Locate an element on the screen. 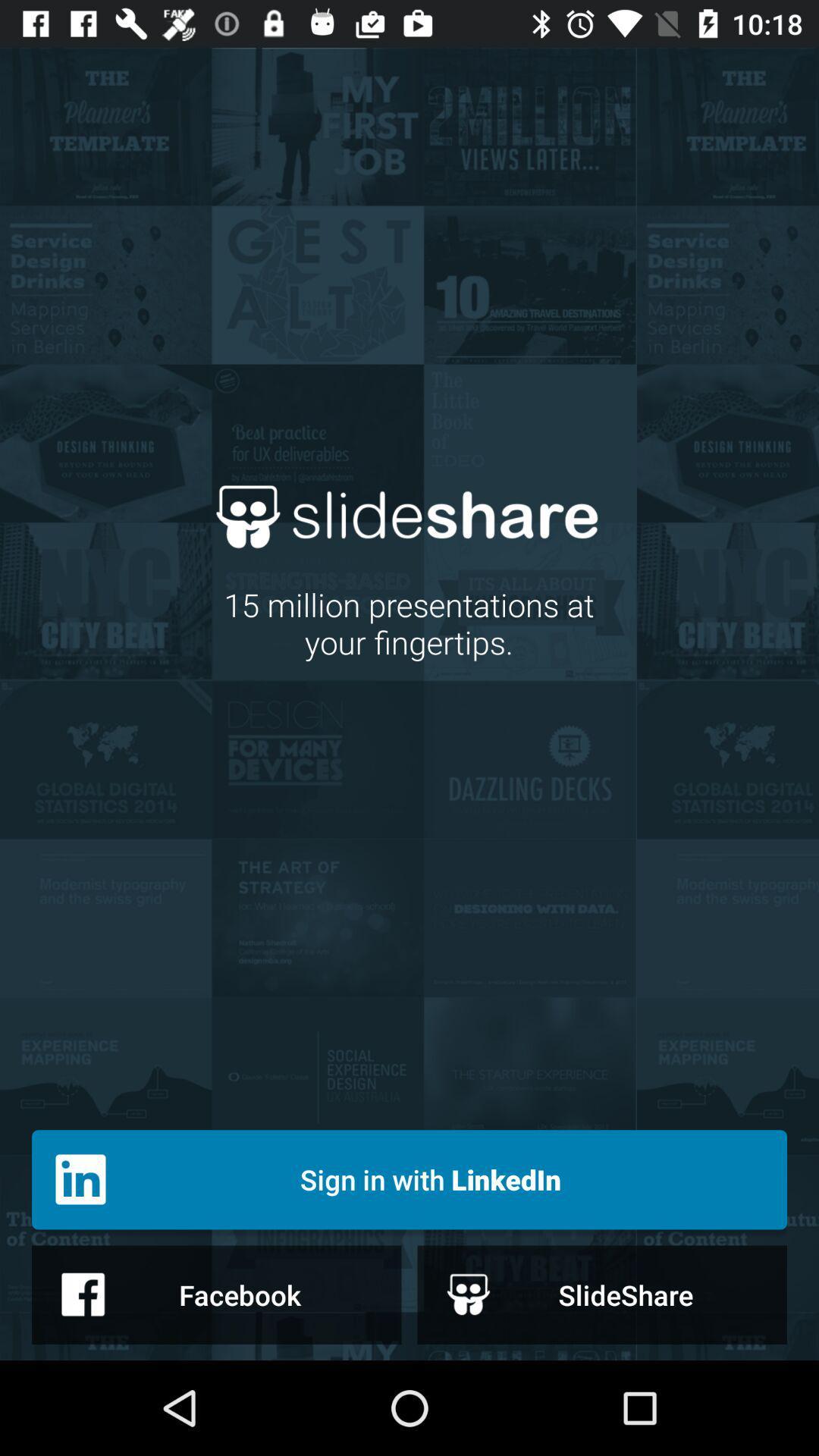 Image resolution: width=819 pixels, height=1456 pixels. the icon to the right of the facebook is located at coordinates (601, 1294).